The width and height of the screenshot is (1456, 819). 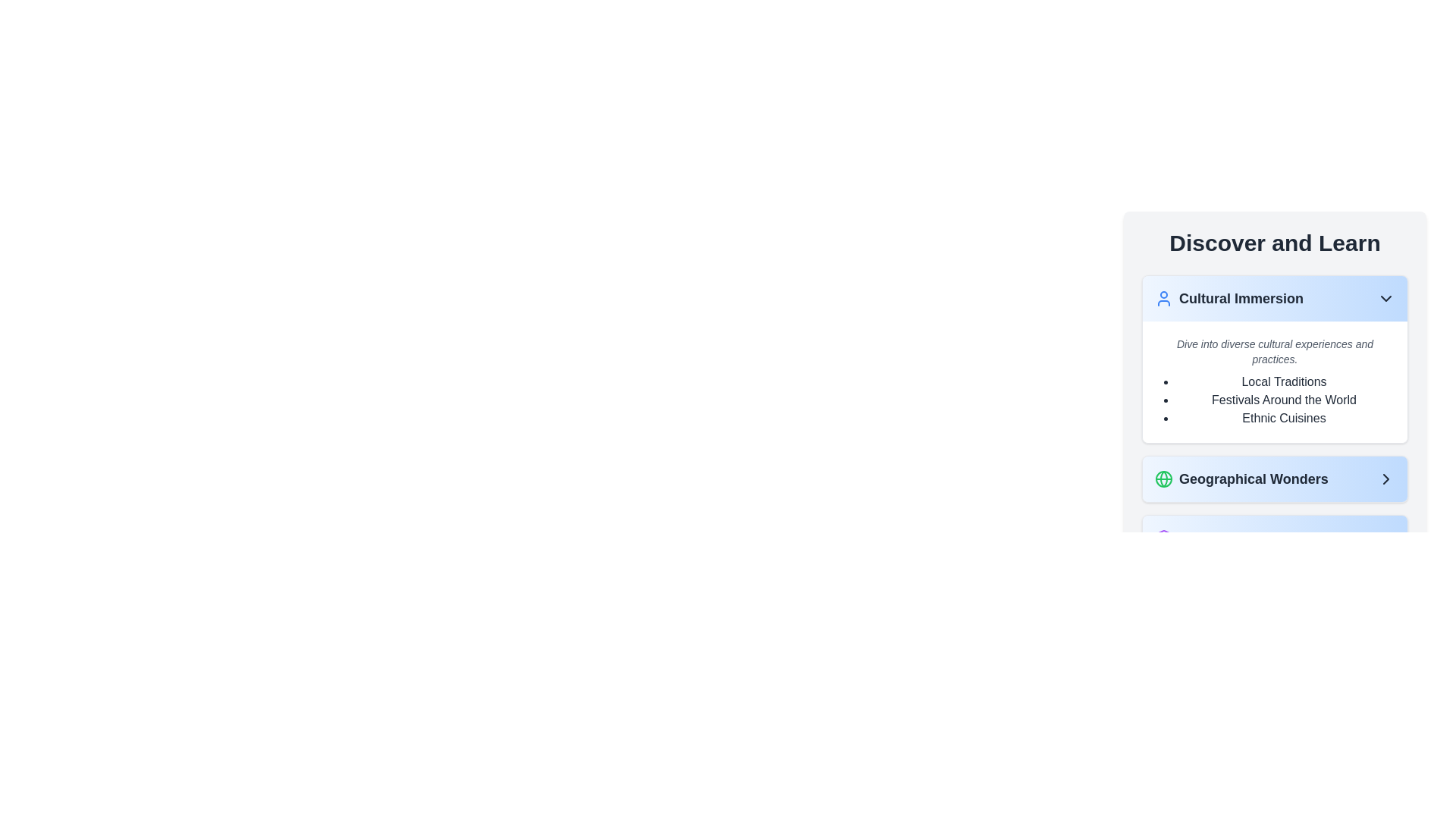 I want to click on the blue human figure icon located to the left of the 'Cultural Immersion' text in the 'Discover and Learn' section, so click(x=1163, y=298).